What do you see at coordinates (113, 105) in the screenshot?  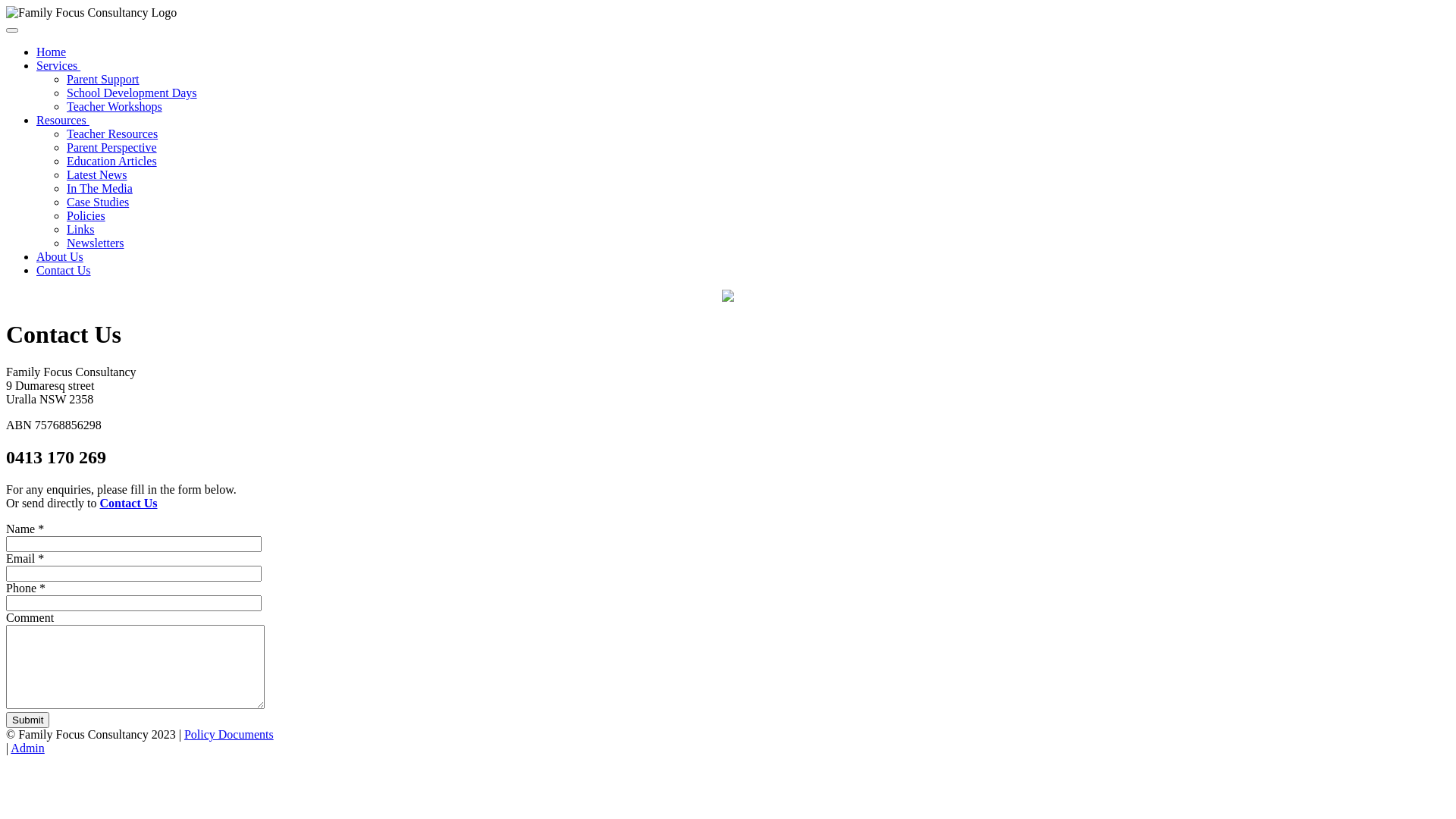 I see `'Teacher Workshops'` at bounding box center [113, 105].